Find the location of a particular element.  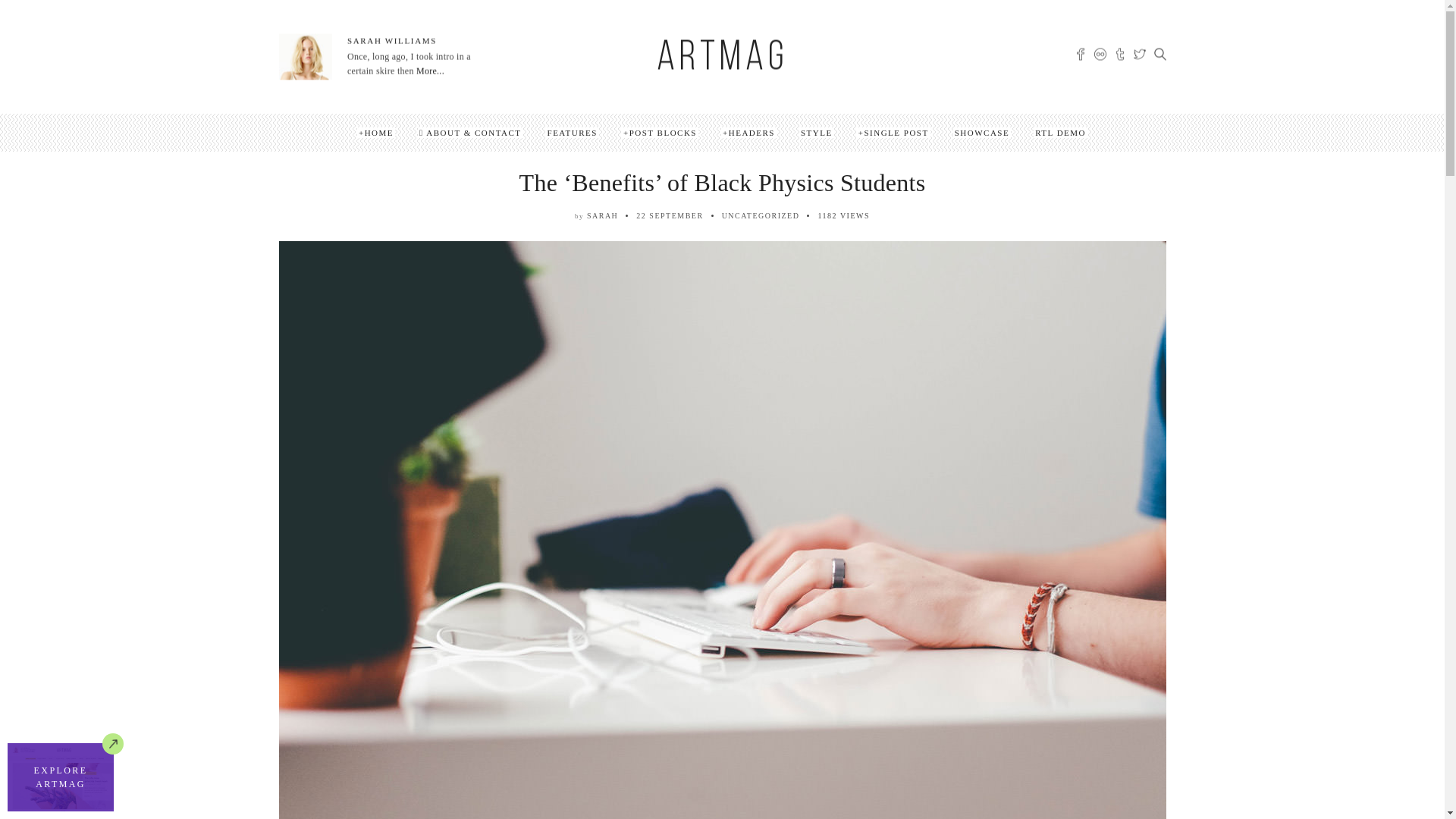

'ARTMAG' is located at coordinates (720, 58).